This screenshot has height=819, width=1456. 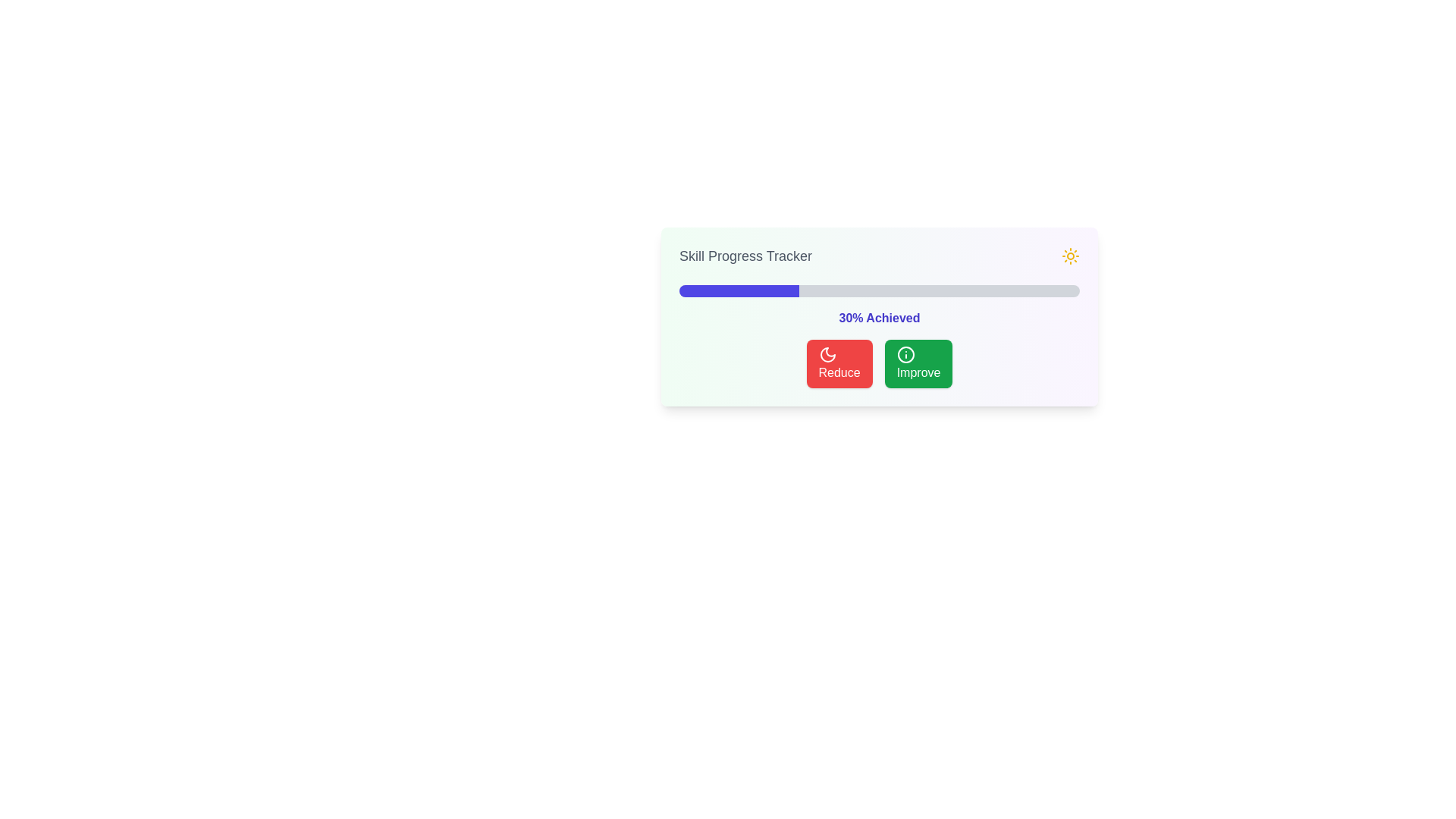 I want to click on progress status from the 'Skill Progress Tracker' panel, which displays a progress bar indicating 30% achievement, so click(x=880, y=315).